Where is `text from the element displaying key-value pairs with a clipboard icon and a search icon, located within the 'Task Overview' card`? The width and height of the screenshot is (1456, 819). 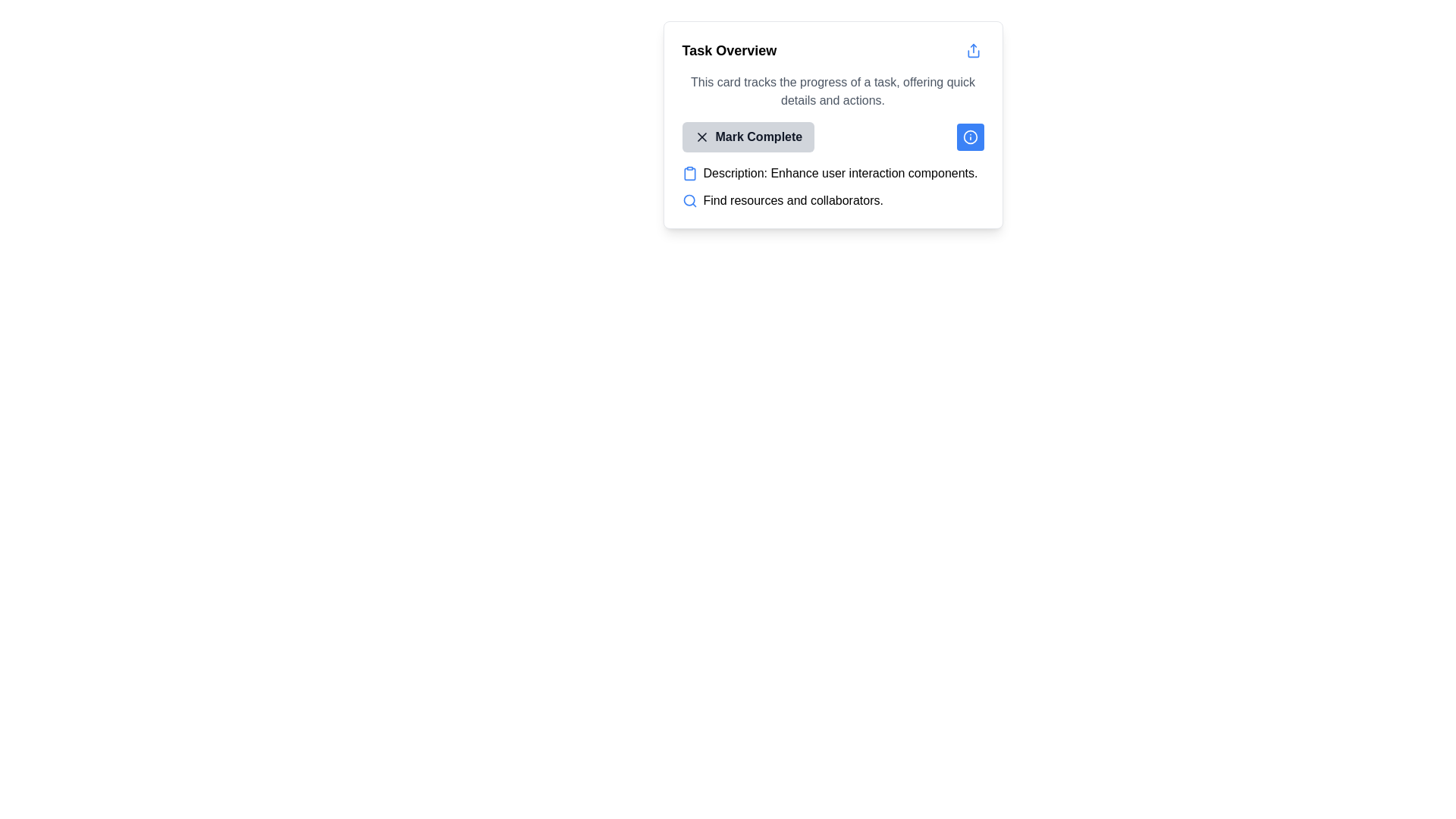 text from the element displaying key-value pairs with a clipboard icon and a search icon, located within the 'Task Overview' card is located at coordinates (832, 186).